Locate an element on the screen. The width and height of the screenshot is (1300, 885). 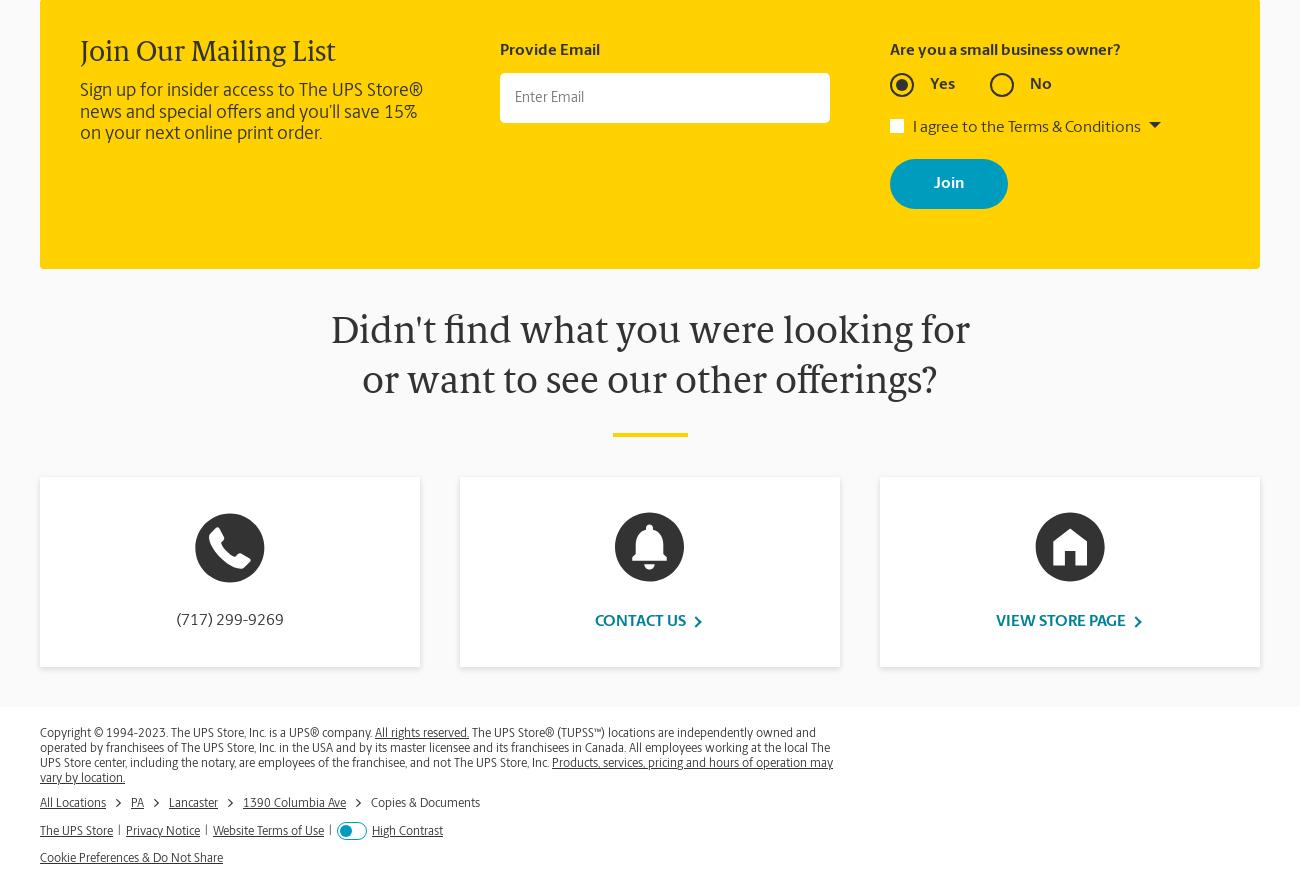
'Copyright © 1994-' is located at coordinates (89, 734).